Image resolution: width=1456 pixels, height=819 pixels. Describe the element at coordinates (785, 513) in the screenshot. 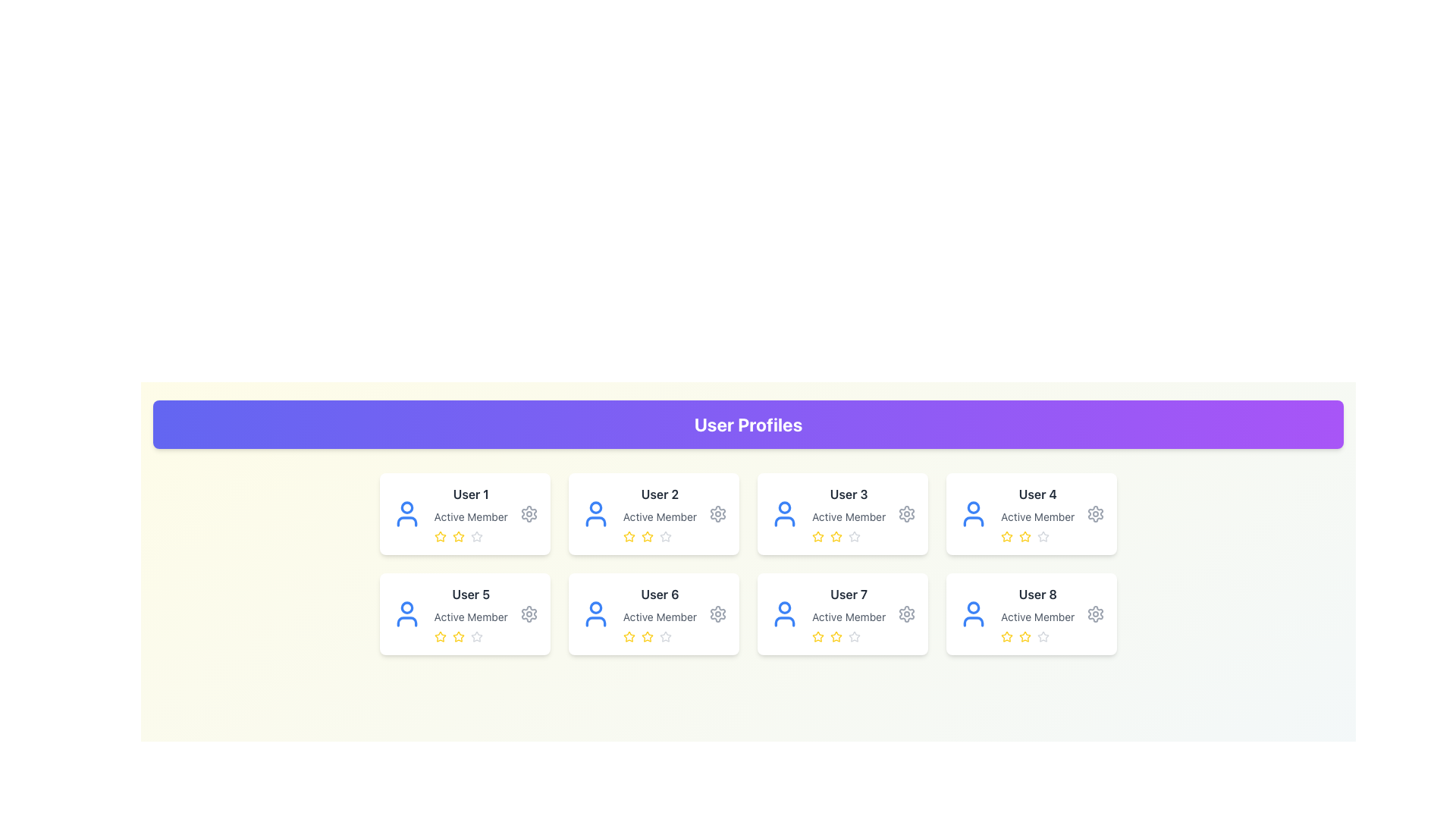

I see `the user identification icon represented as an avatar within the user card labeled 'User 3 Active Member', located third in the first row of the user grid layout` at that location.